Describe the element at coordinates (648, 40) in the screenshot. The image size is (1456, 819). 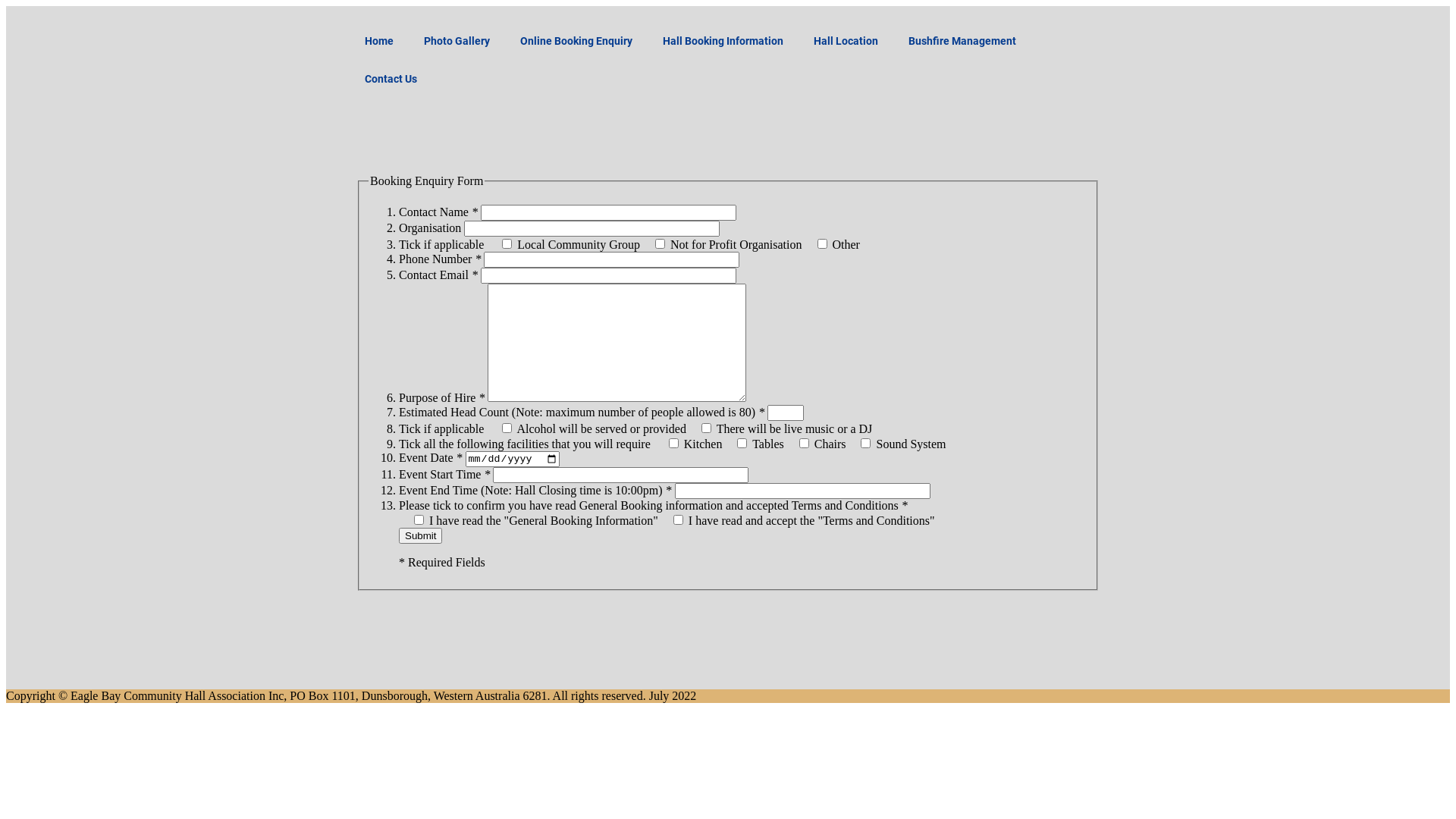
I see `'Hall Booking Information'` at that location.